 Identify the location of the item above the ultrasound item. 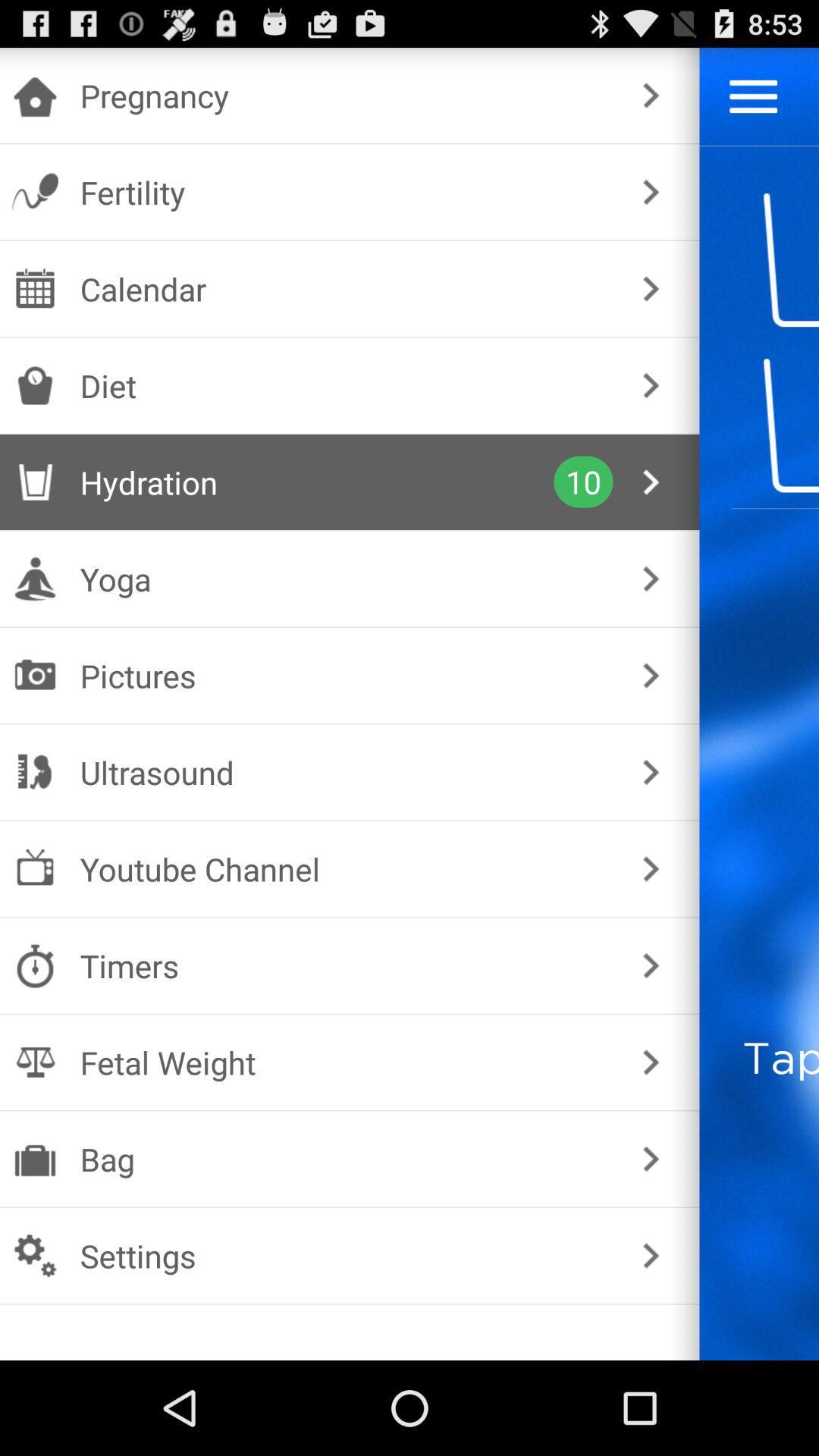
(347, 675).